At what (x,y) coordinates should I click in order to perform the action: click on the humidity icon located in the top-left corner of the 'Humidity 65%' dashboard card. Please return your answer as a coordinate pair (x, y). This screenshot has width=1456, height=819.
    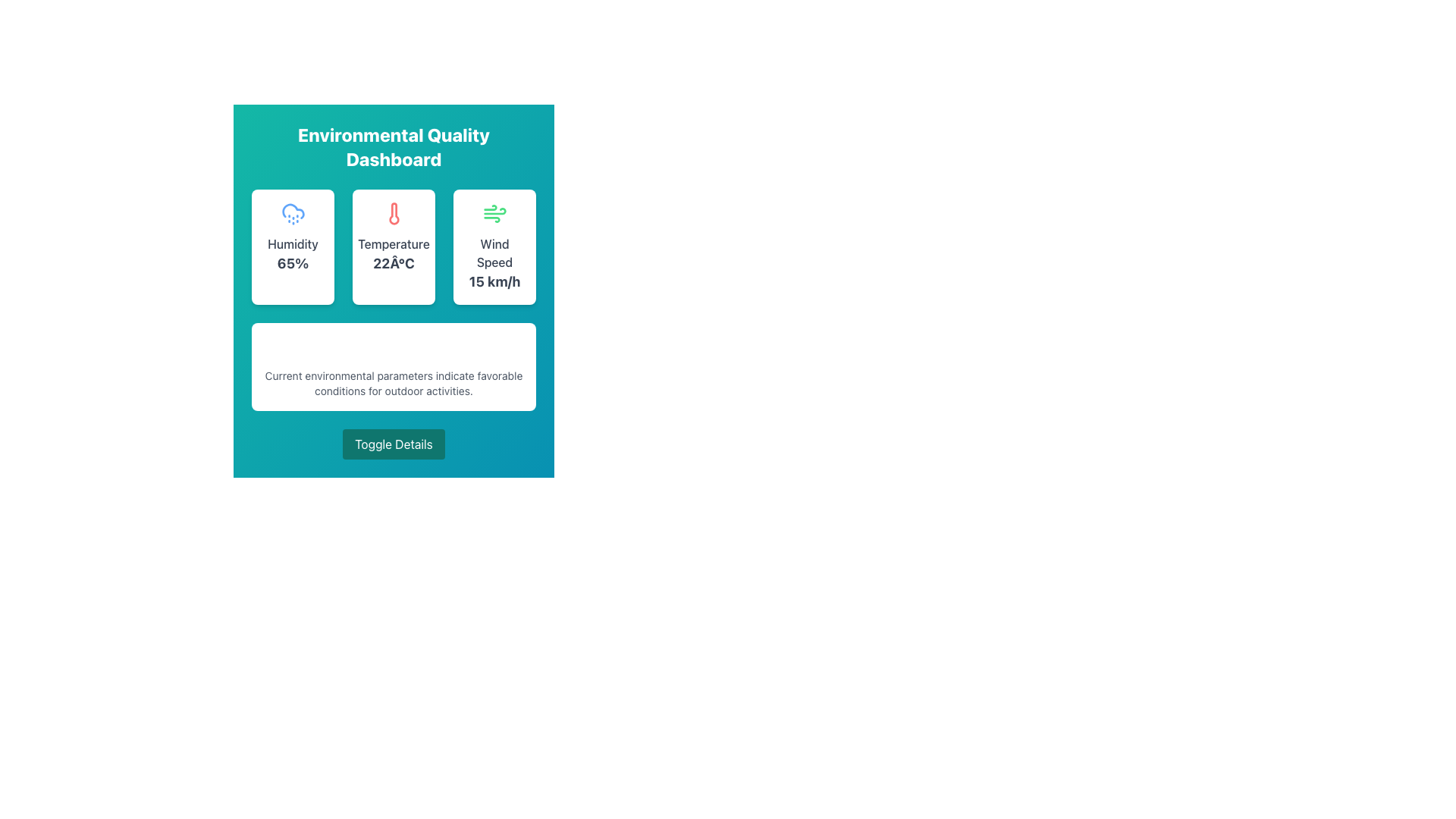
    Looking at the image, I should click on (293, 211).